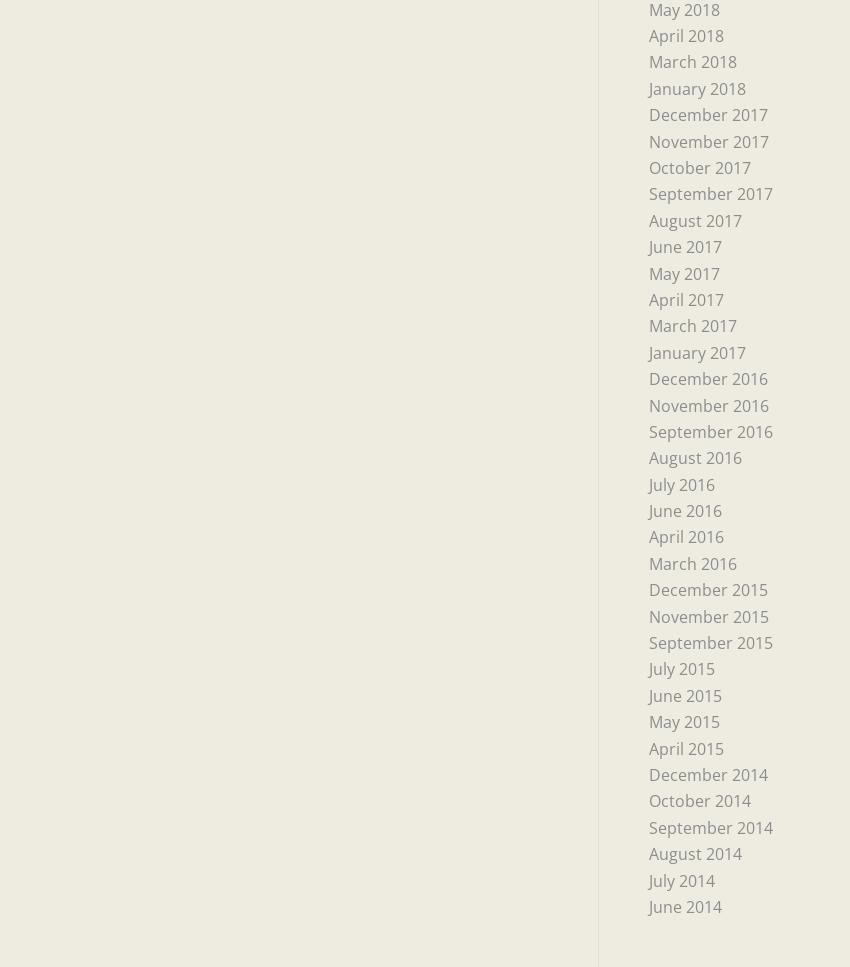 Image resolution: width=850 pixels, height=967 pixels. I want to click on 'November 2017', so click(706, 139).